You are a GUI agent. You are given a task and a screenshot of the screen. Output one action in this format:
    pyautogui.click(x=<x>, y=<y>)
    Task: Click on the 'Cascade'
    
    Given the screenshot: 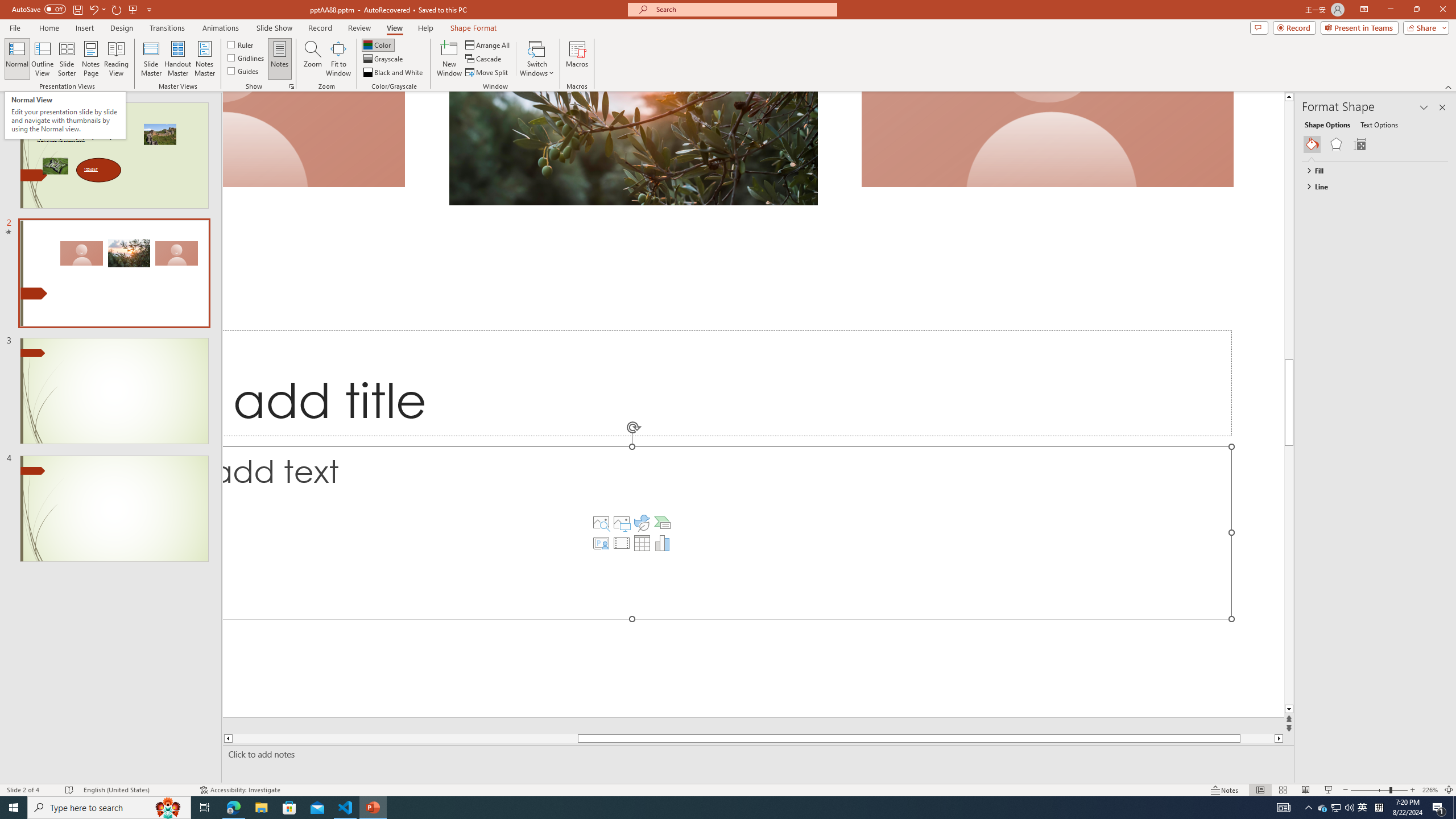 What is the action you would take?
    pyautogui.click(x=484, y=59)
    